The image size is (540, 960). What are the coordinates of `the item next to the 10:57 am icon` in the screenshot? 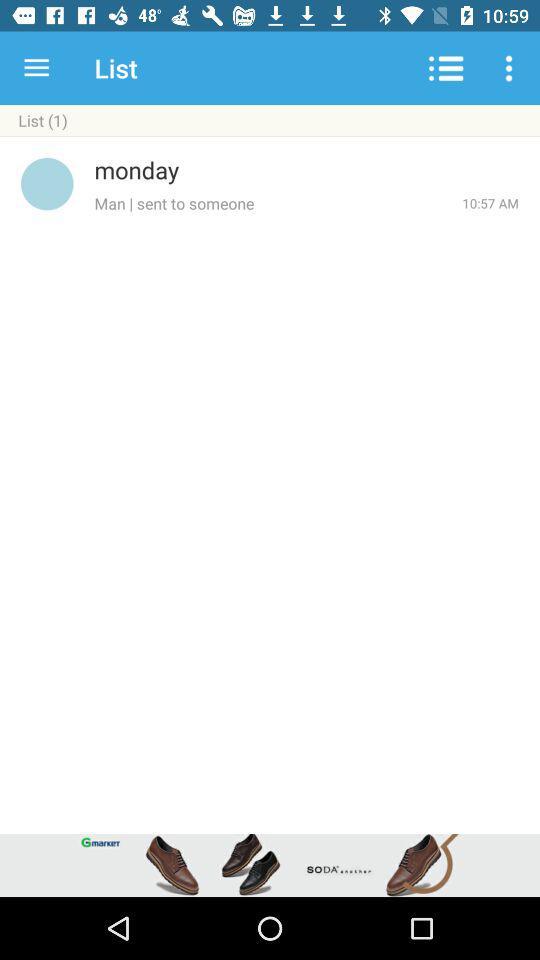 It's located at (277, 203).